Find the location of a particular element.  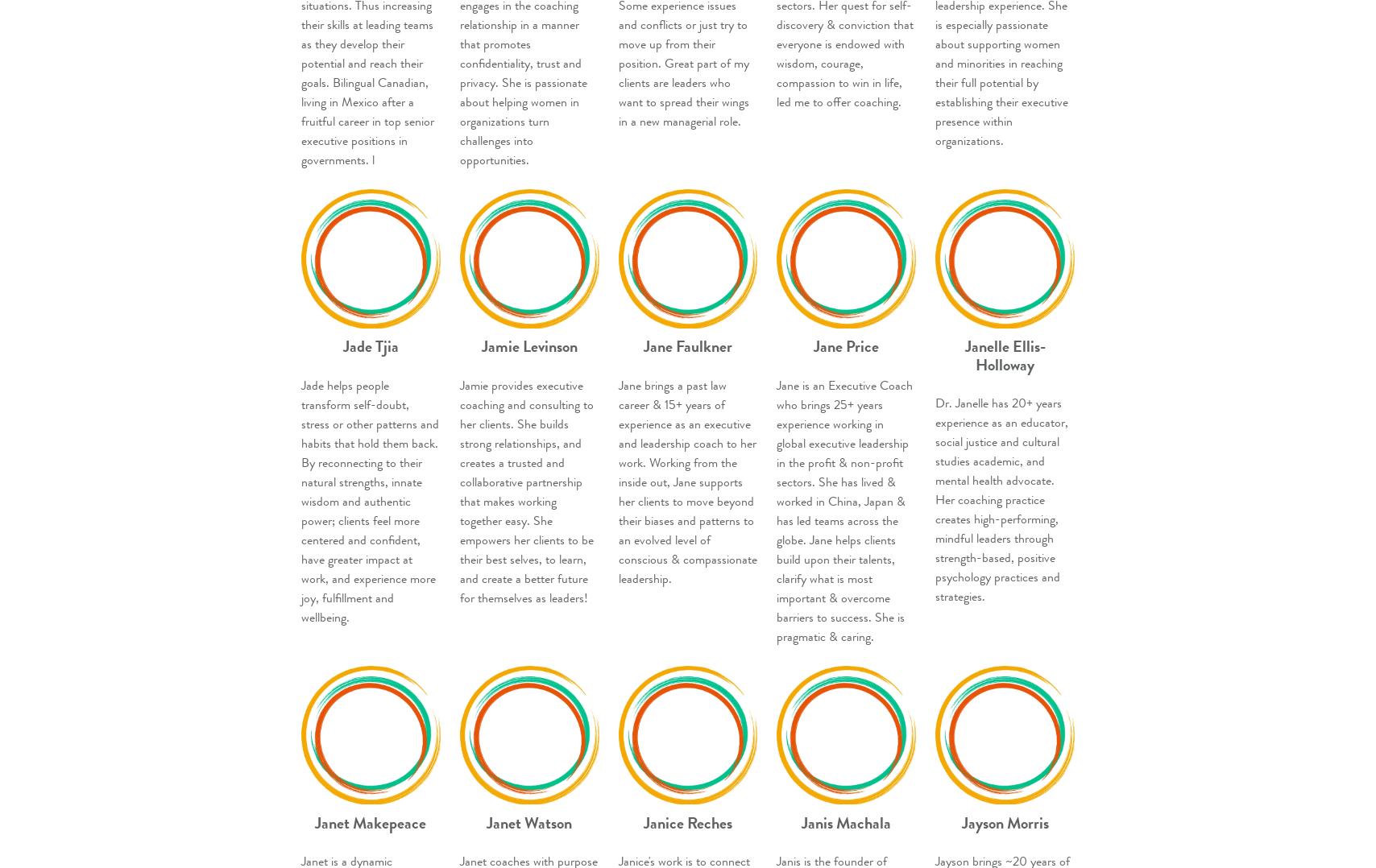

'Janice Reches' is located at coordinates (686, 821).